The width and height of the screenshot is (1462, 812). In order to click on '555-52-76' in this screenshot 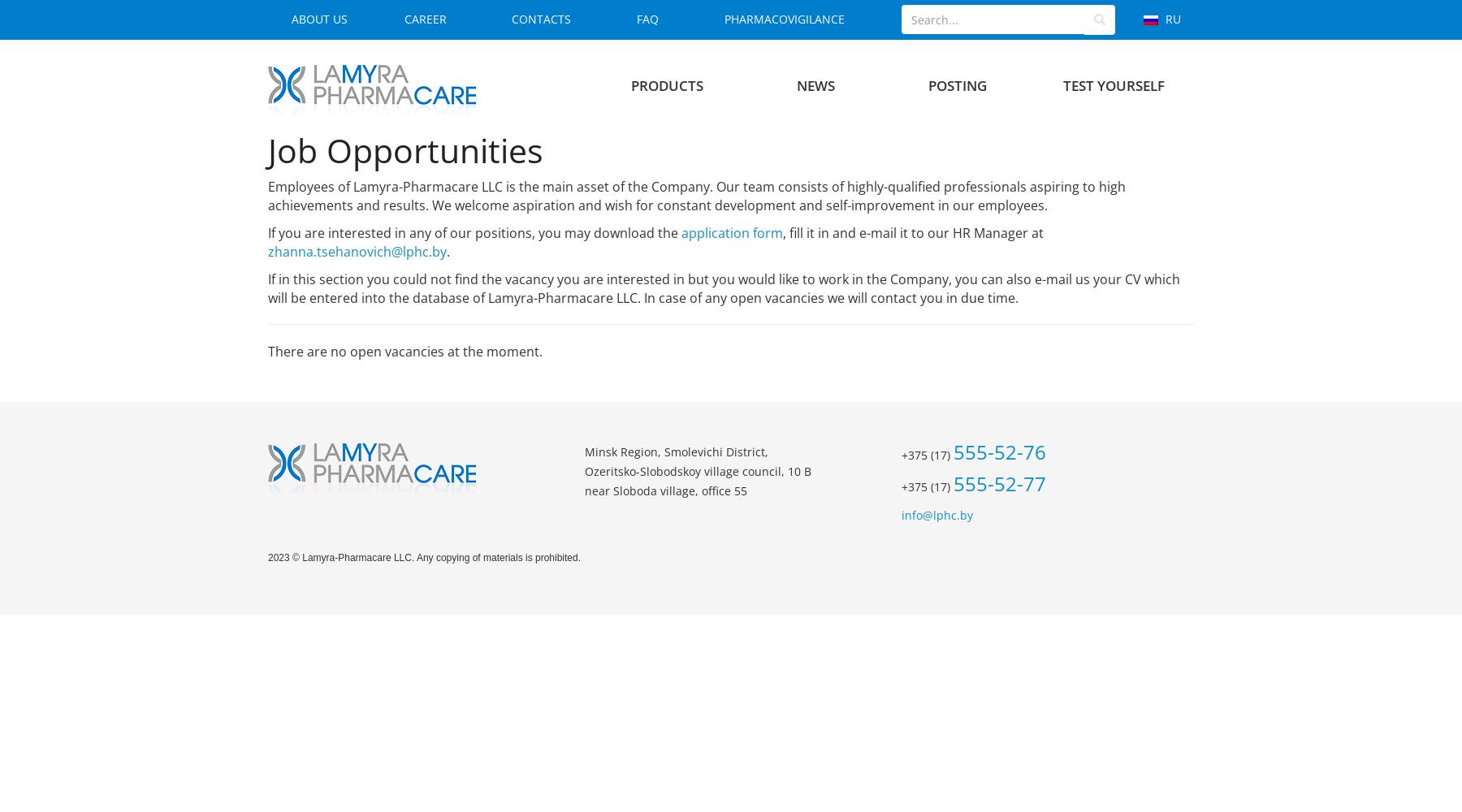, I will do `click(999, 451)`.